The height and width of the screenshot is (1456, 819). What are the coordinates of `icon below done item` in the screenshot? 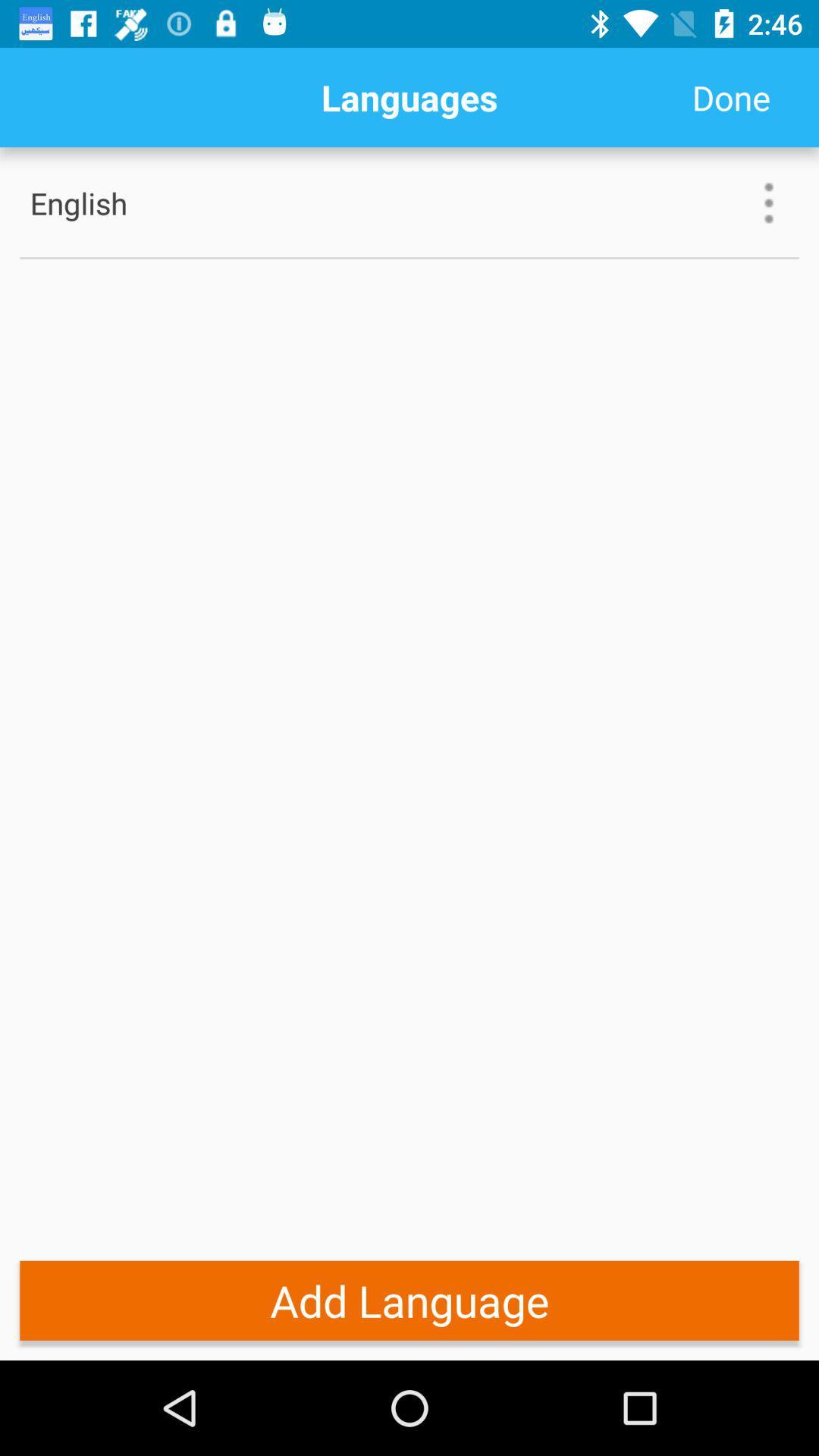 It's located at (769, 202).